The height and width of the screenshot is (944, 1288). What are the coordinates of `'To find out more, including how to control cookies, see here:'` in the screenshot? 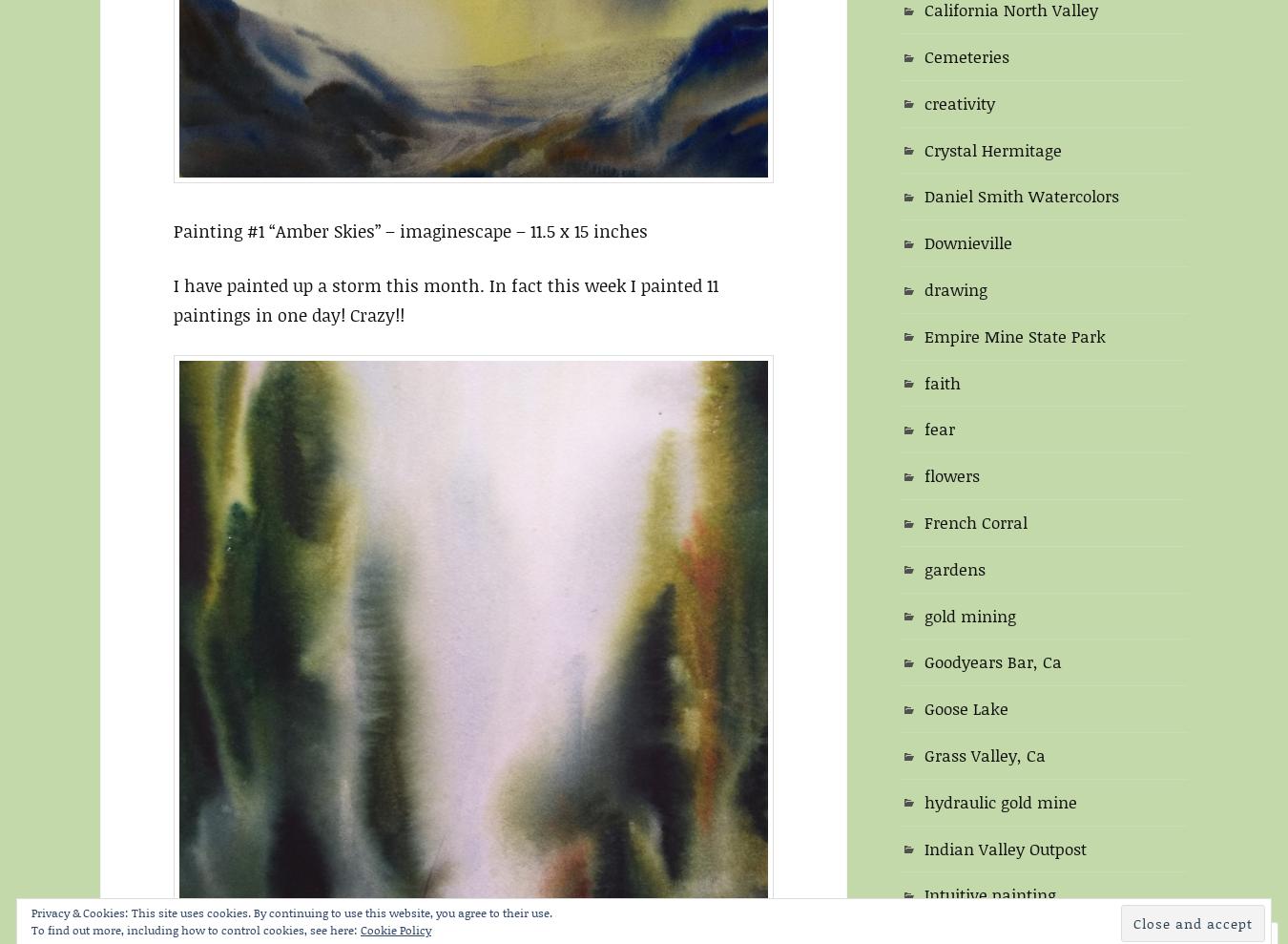 It's located at (196, 930).